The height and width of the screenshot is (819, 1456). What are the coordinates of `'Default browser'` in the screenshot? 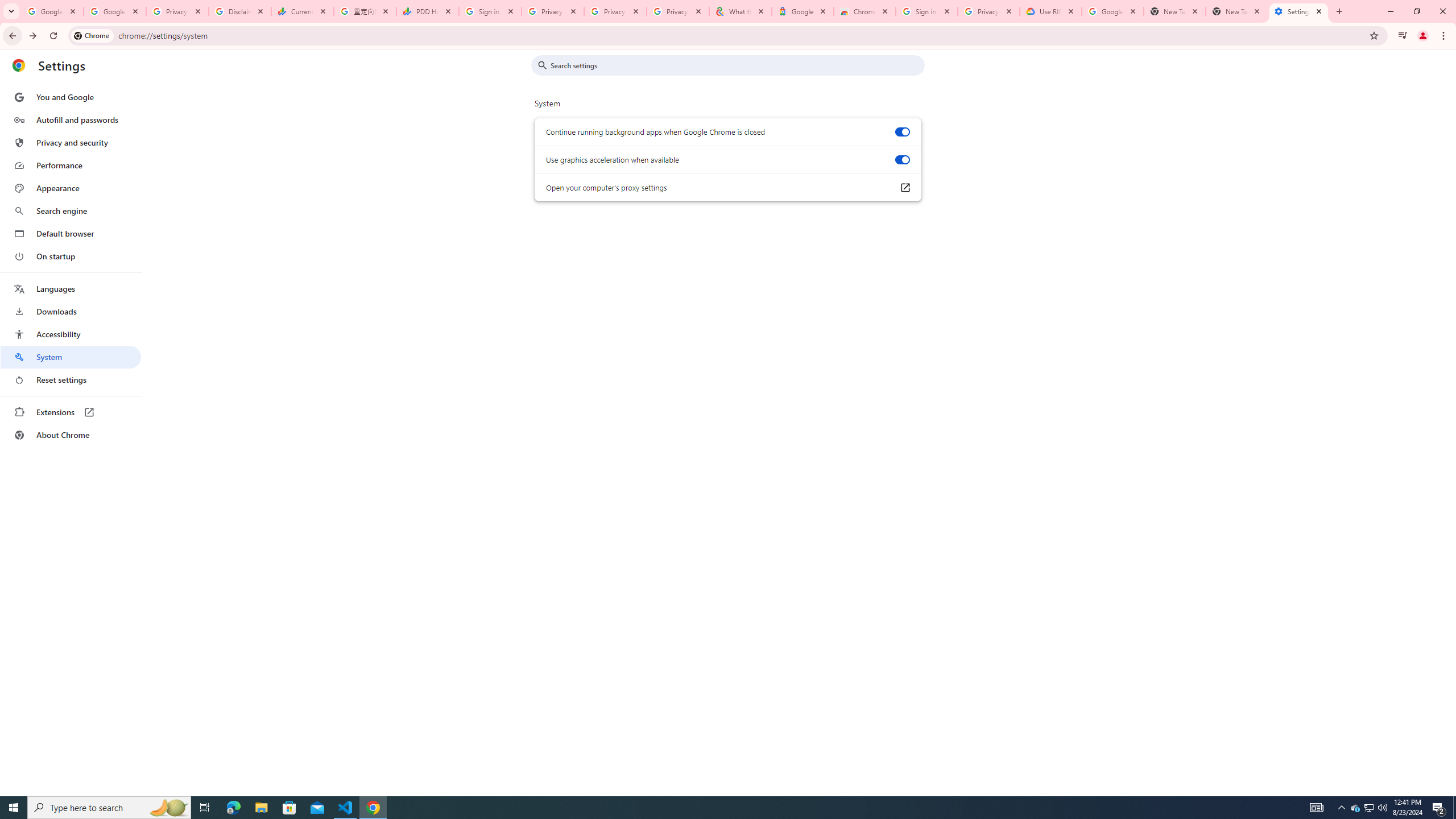 It's located at (70, 233).